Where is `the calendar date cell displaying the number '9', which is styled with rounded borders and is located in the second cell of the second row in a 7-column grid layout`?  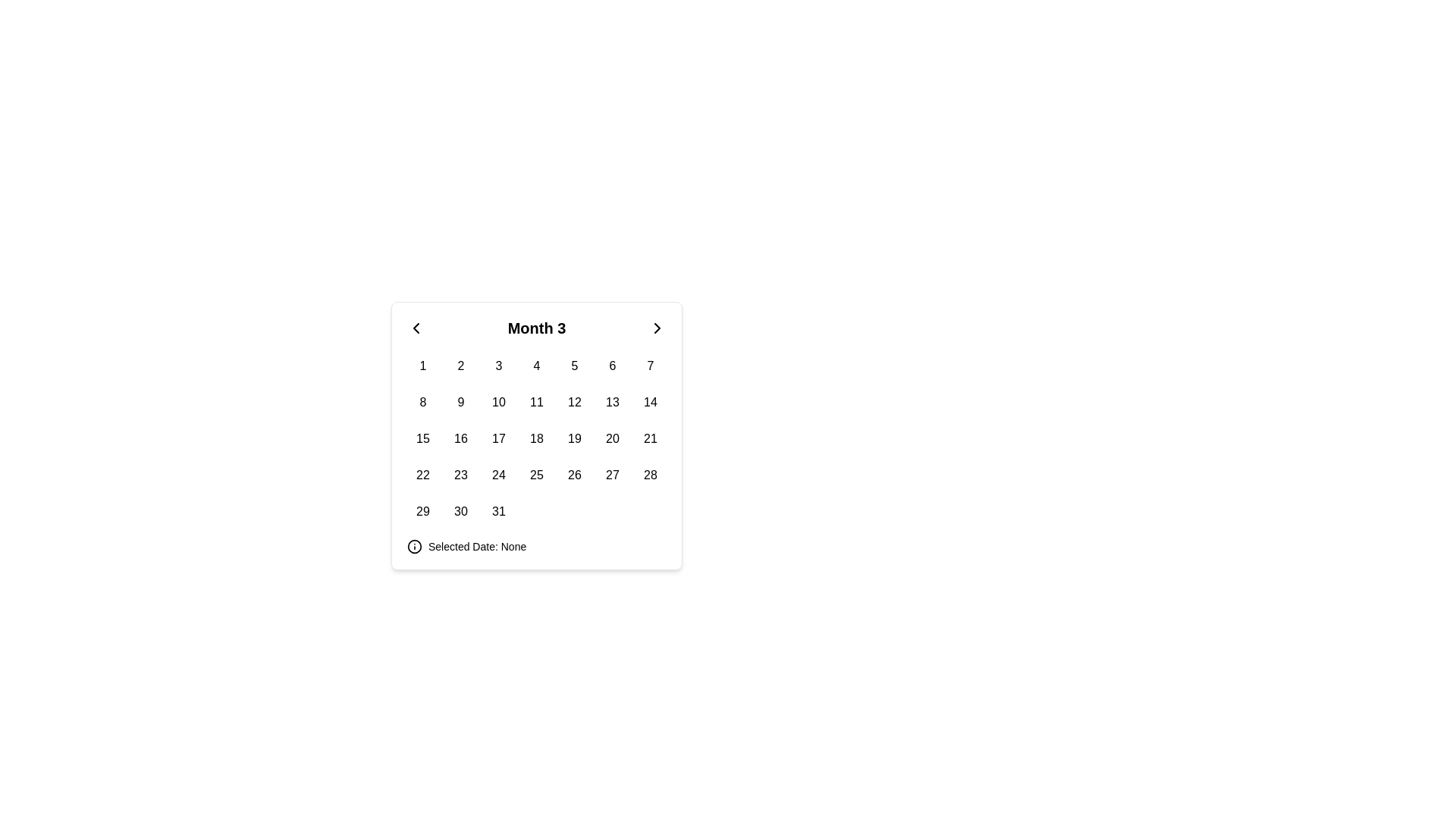 the calendar date cell displaying the number '9', which is styled with rounded borders and is located in the second cell of the second row in a 7-column grid layout is located at coordinates (460, 402).